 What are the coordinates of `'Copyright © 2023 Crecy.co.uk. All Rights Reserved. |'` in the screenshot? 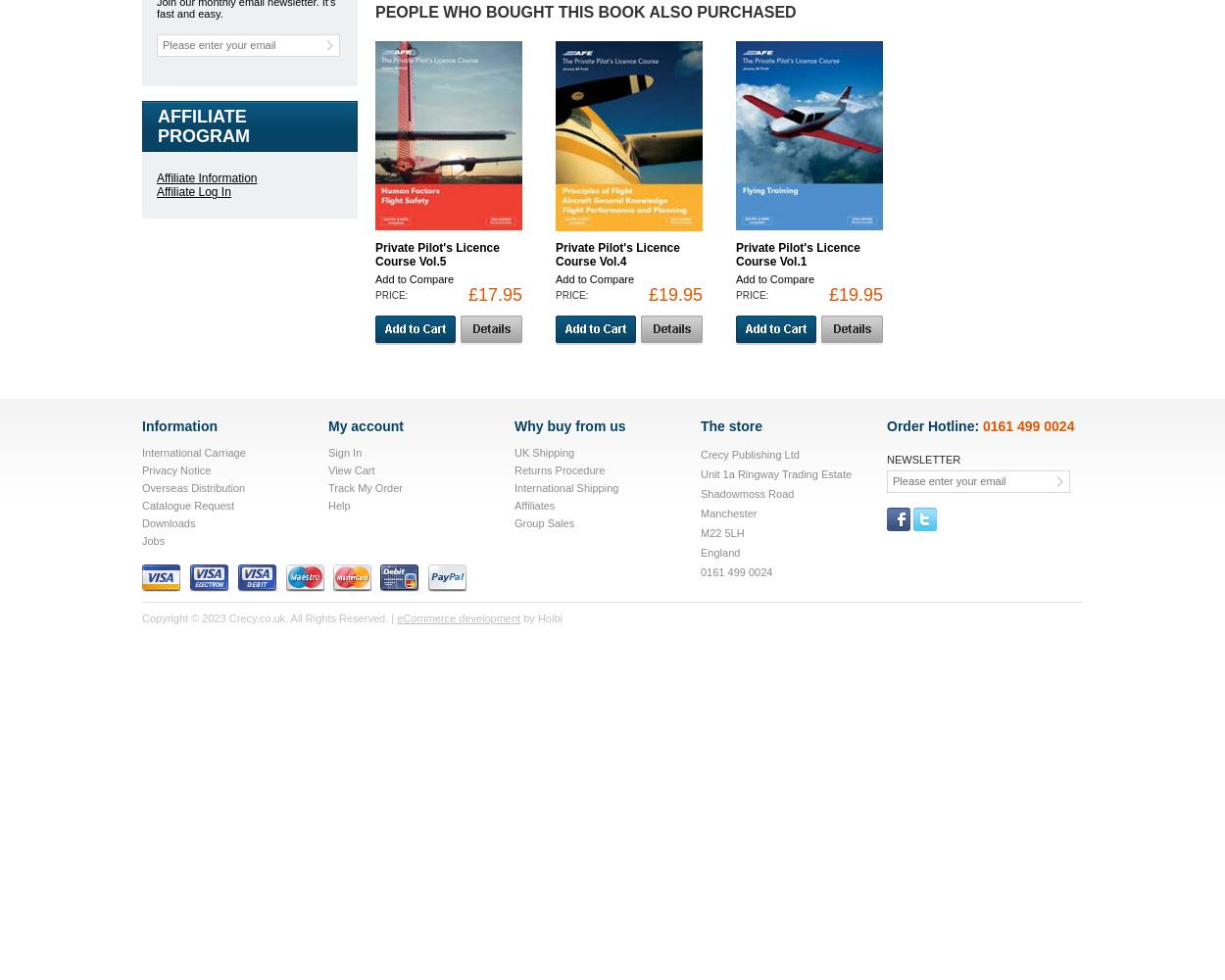 It's located at (142, 618).